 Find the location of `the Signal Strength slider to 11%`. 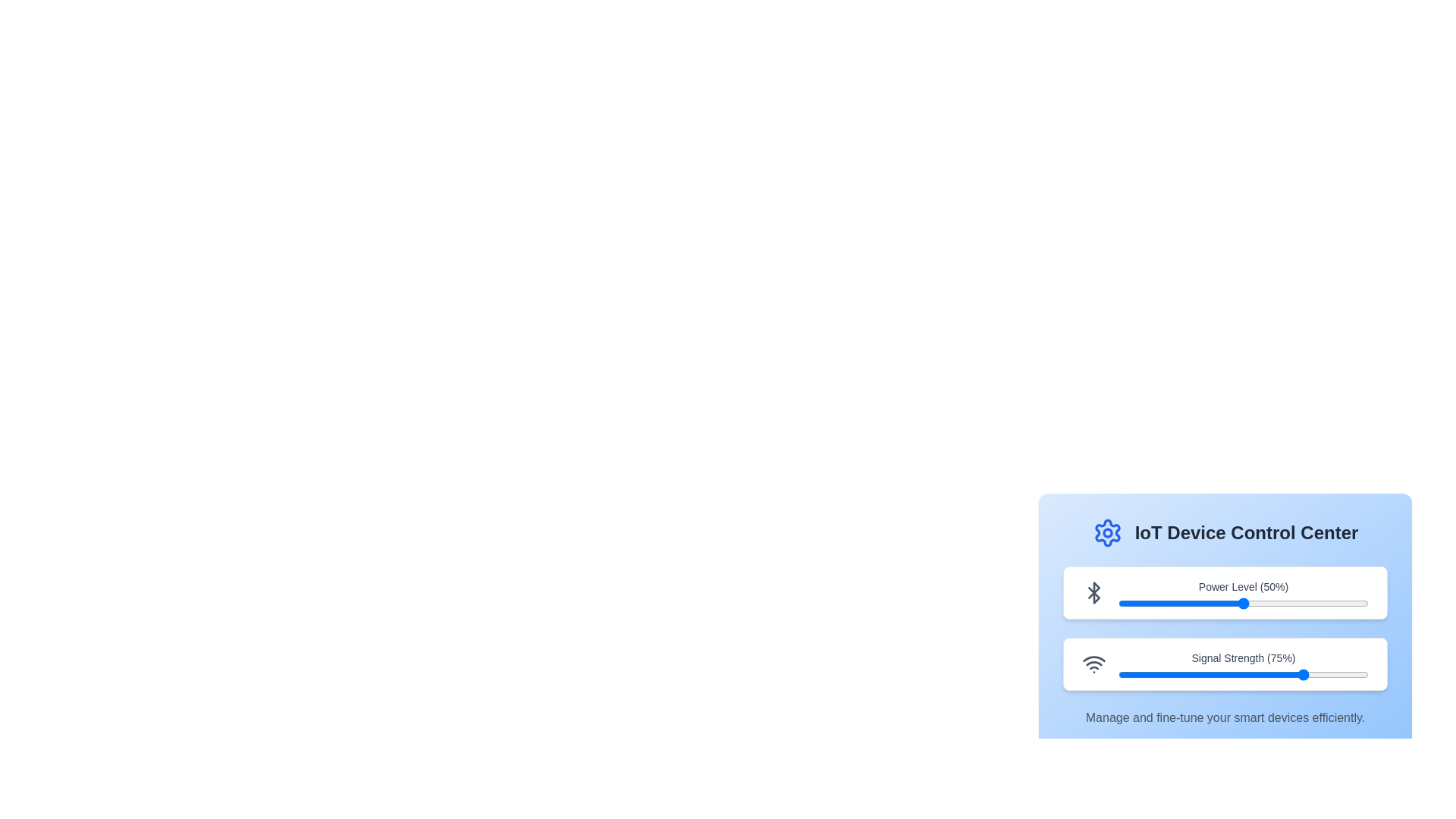

the Signal Strength slider to 11% is located at coordinates (1146, 674).